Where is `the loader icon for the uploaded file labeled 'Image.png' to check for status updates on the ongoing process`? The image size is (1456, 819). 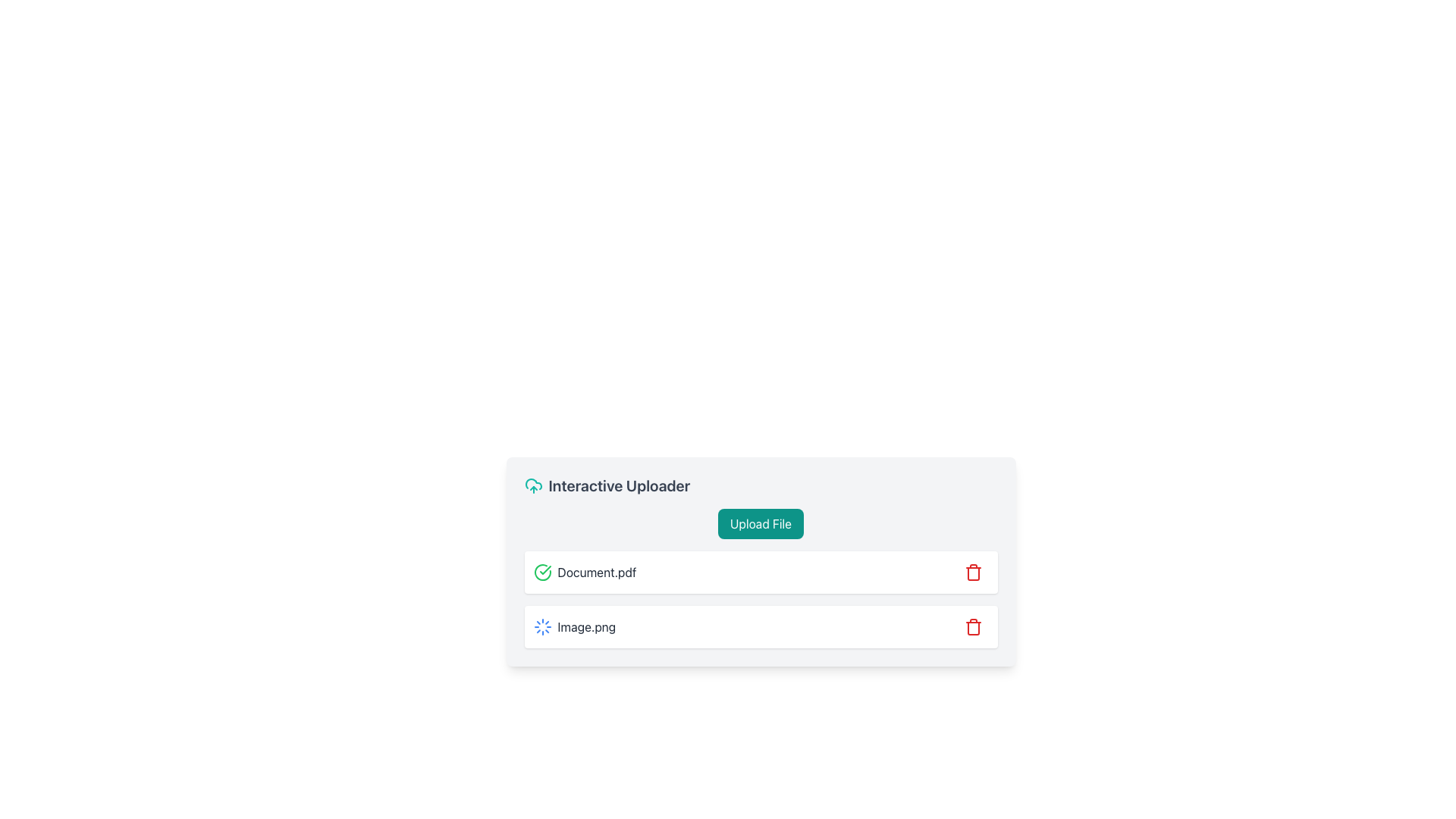 the loader icon for the uploaded file labeled 'Image.png' to check for status updates on the ongoing process is located at coordinates (761, 626).